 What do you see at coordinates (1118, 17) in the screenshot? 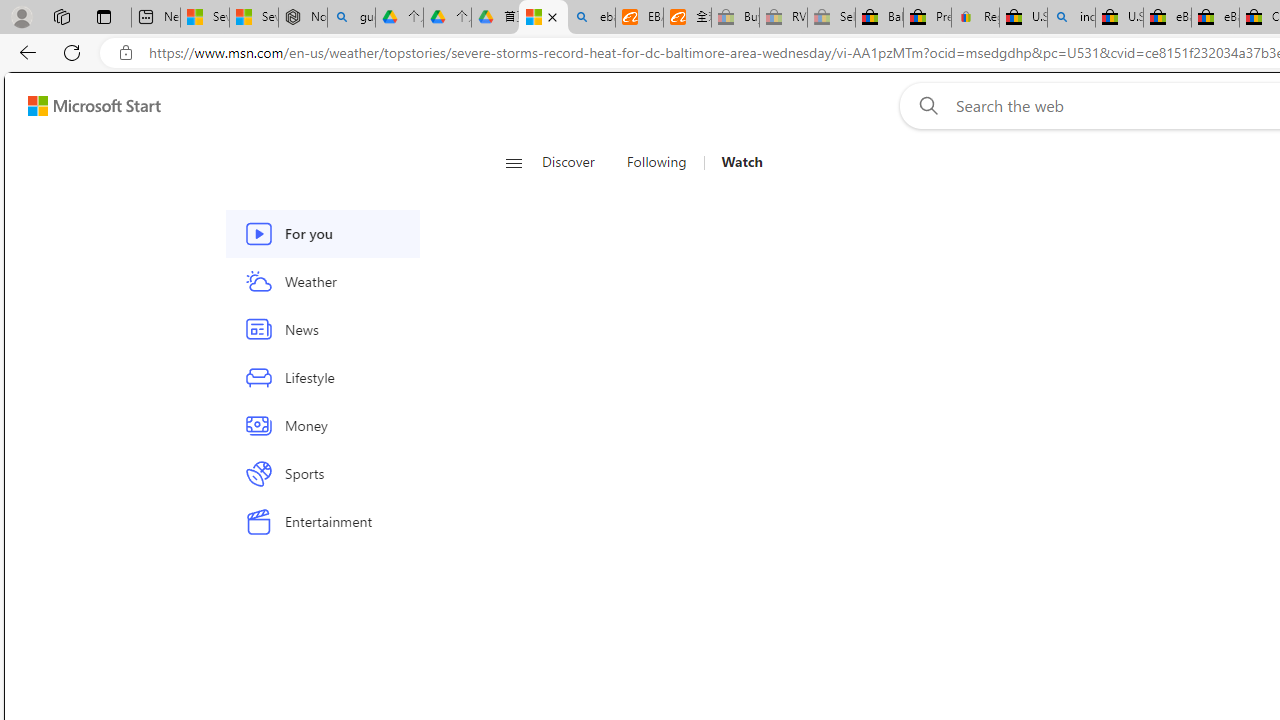
I see `'U.S. State Privacy Disclosures - eBay Inc.'` at bounding box center [1118, 17].